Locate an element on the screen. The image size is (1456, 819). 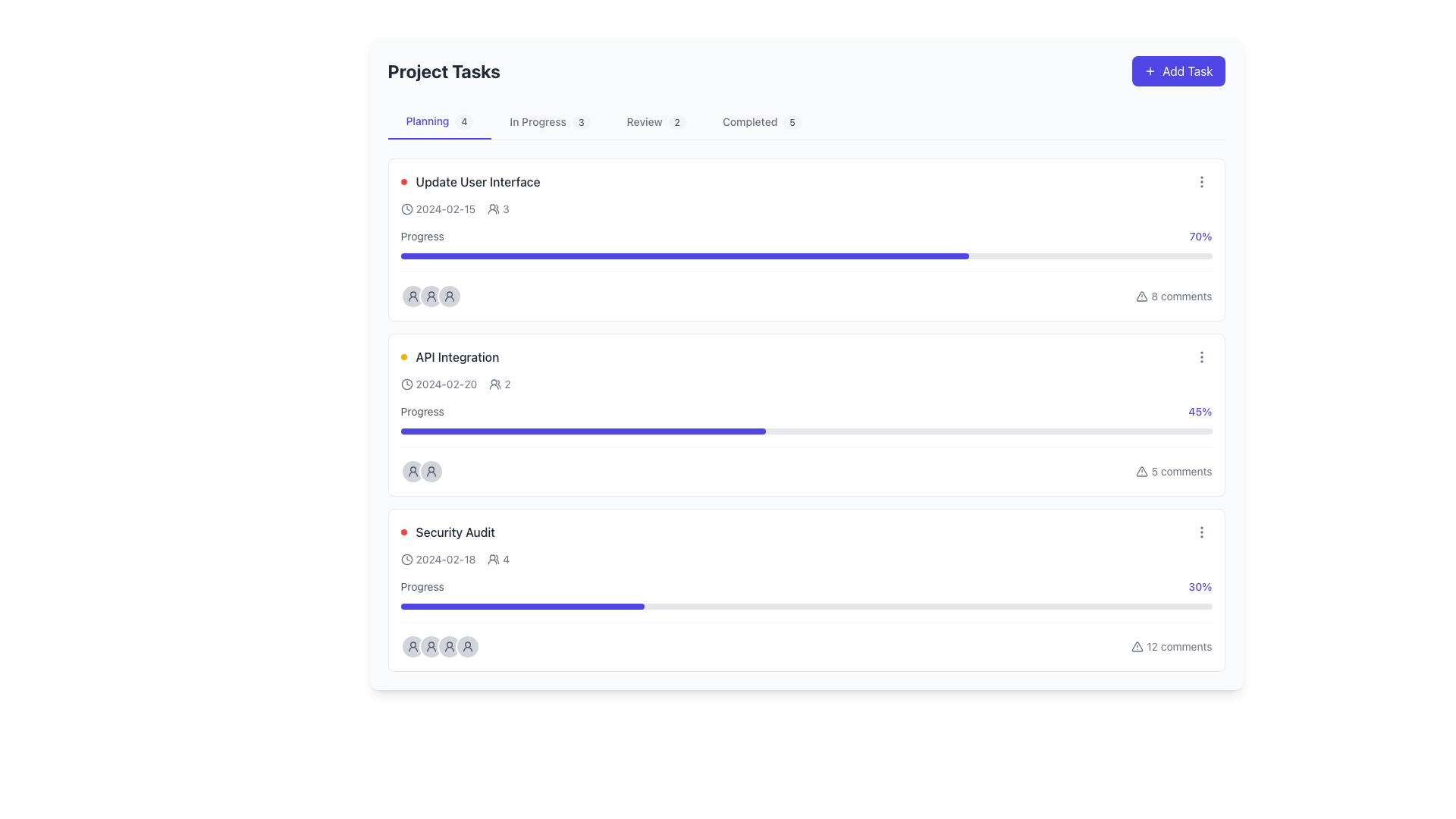
the progress bar located in the 'Security Audit' task card, which indicates 30% completion, for visual feedback is located at coordinates (805, 605).